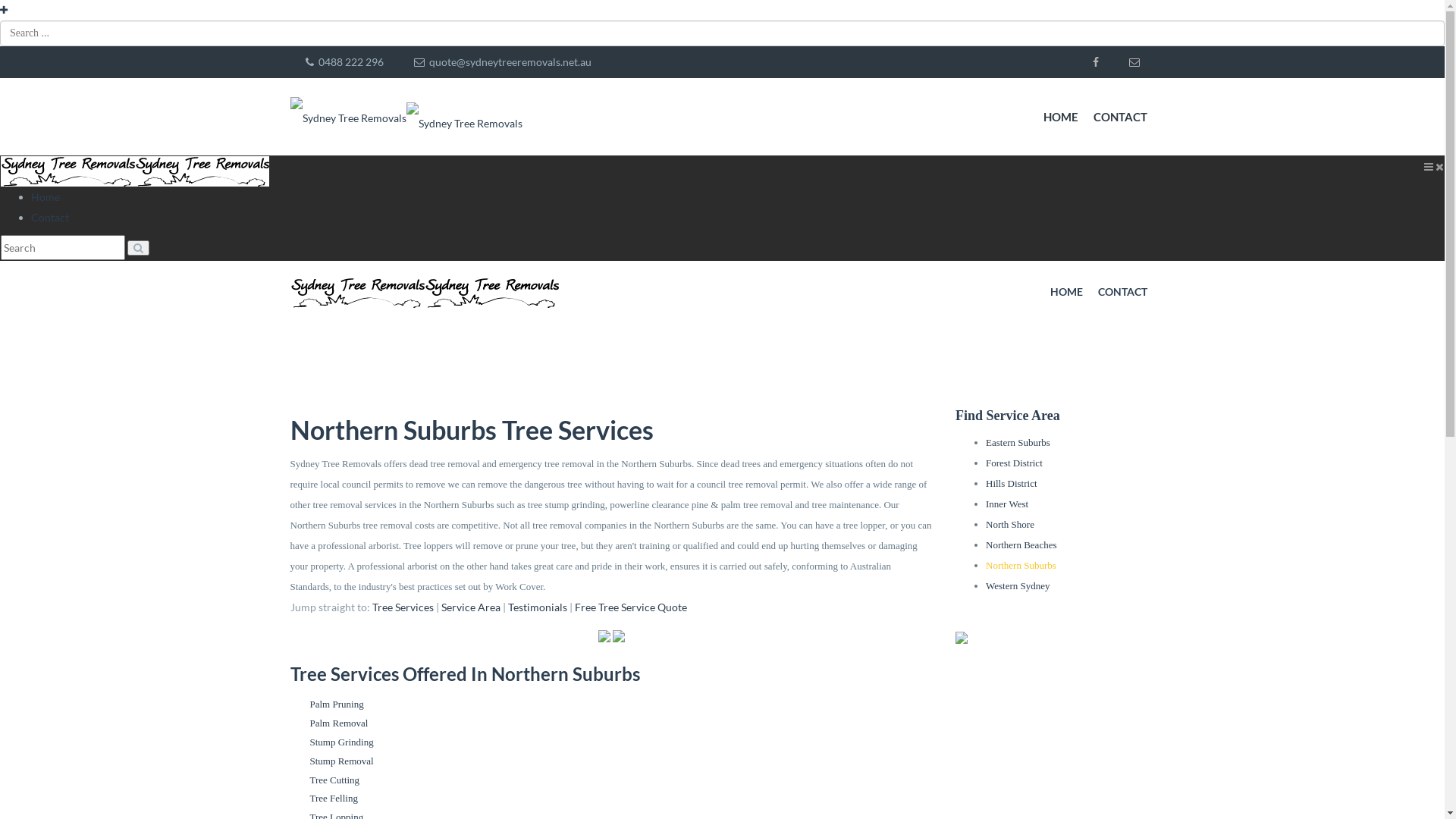  Describe the element at coordinates (1007, 504) in the screenshot. I see `'Inner West'` at that location.